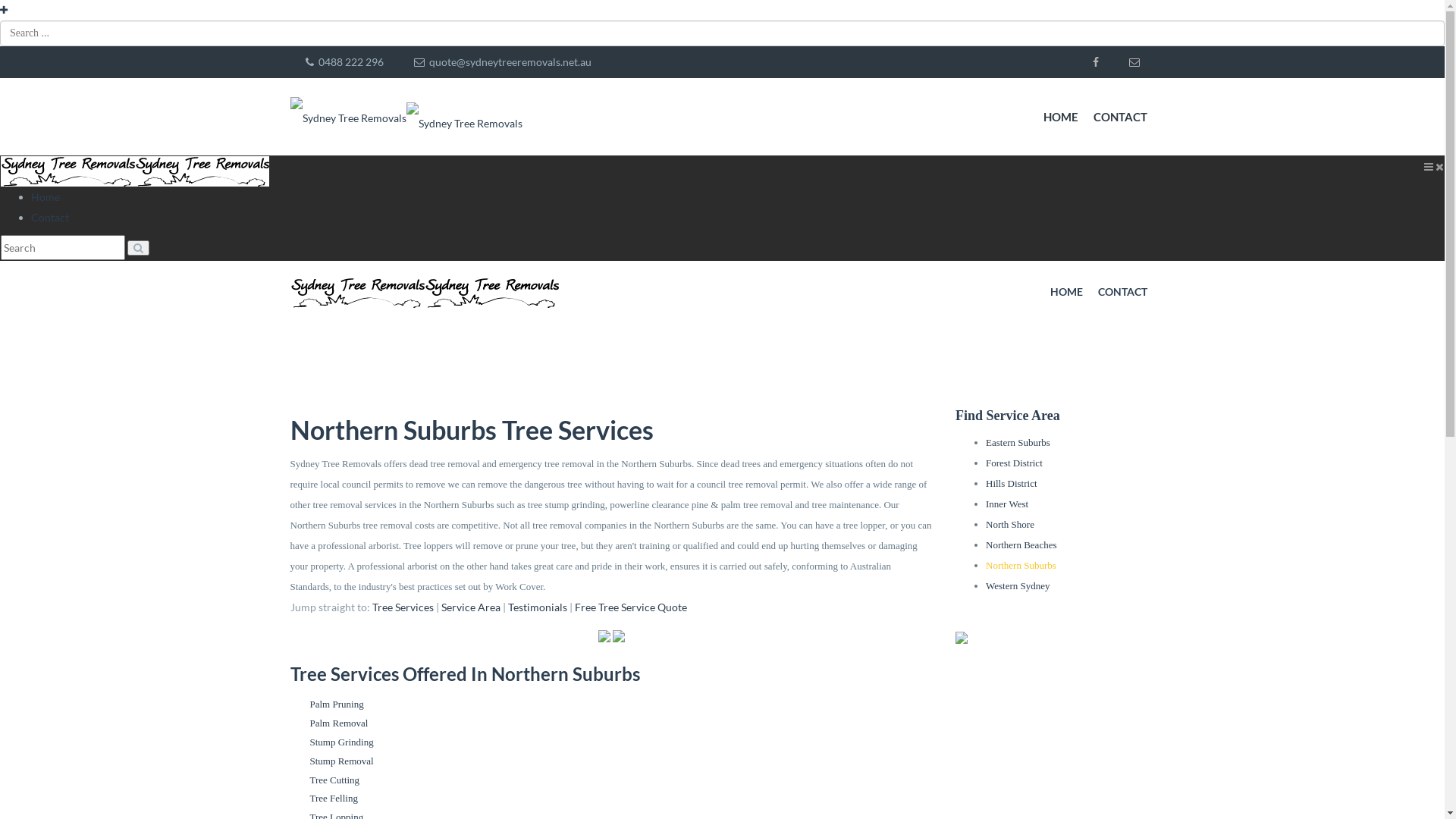  Describe the element at coordinates (1007, 504) in the screenshot. I see `'Inner West'` at that location.